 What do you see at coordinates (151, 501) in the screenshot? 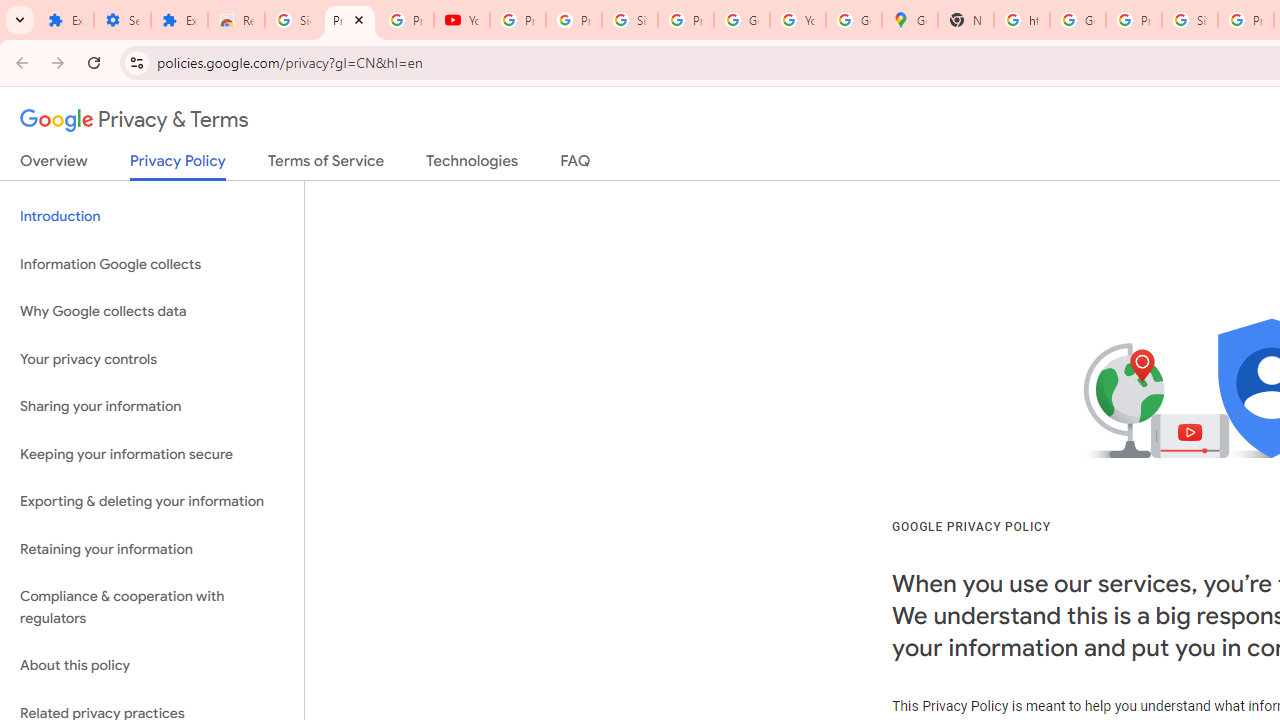
I see `'Exporting & deleting your information'` at bounding box center [151, 501].